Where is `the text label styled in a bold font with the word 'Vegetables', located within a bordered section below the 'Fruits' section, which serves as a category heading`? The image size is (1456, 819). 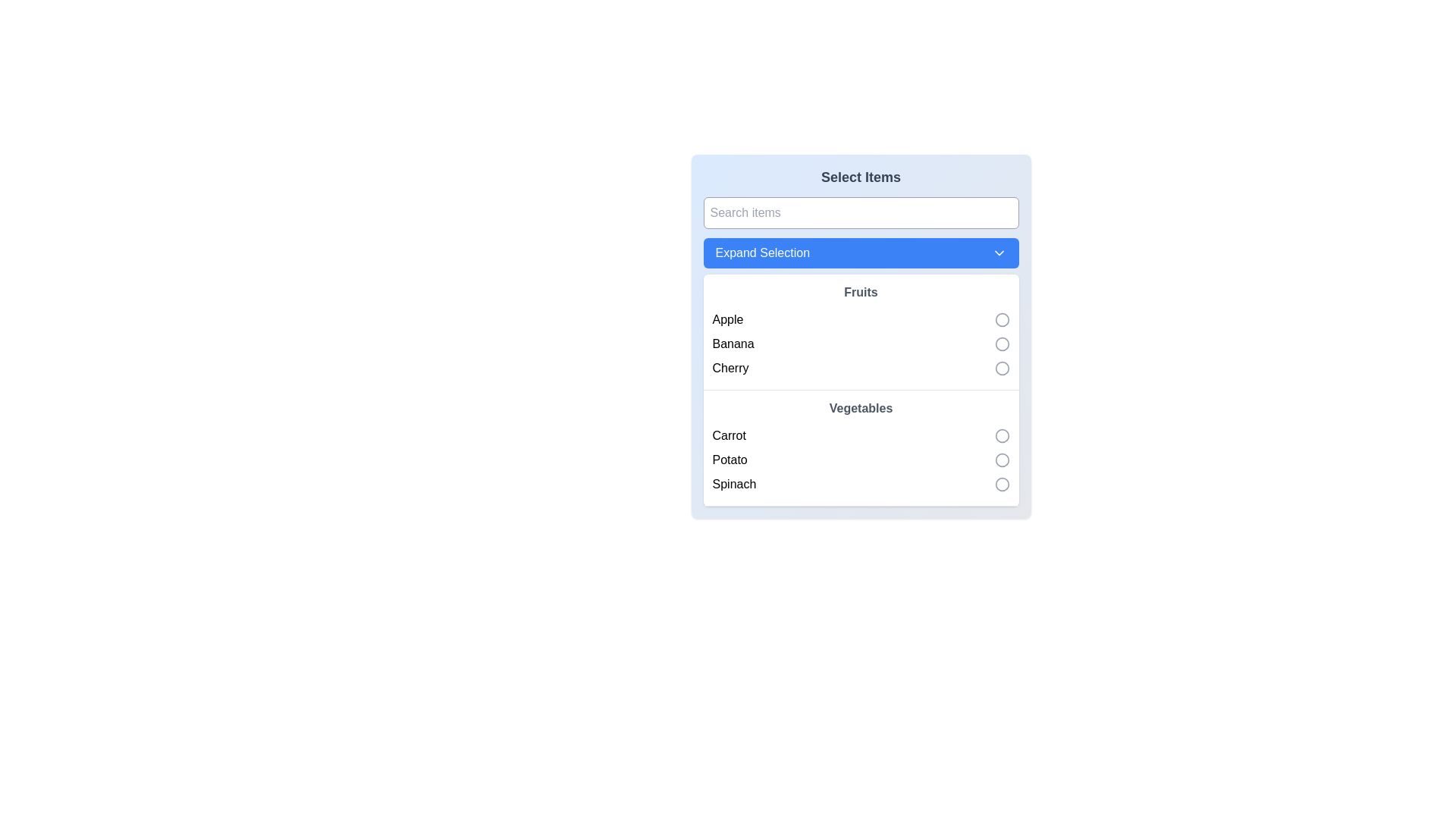
the text label styled in a bold font with the word 'Vegetables', located within a bordered section below the 'Fruits' section, which serves as a category heading is located at coordinates (861, 408).